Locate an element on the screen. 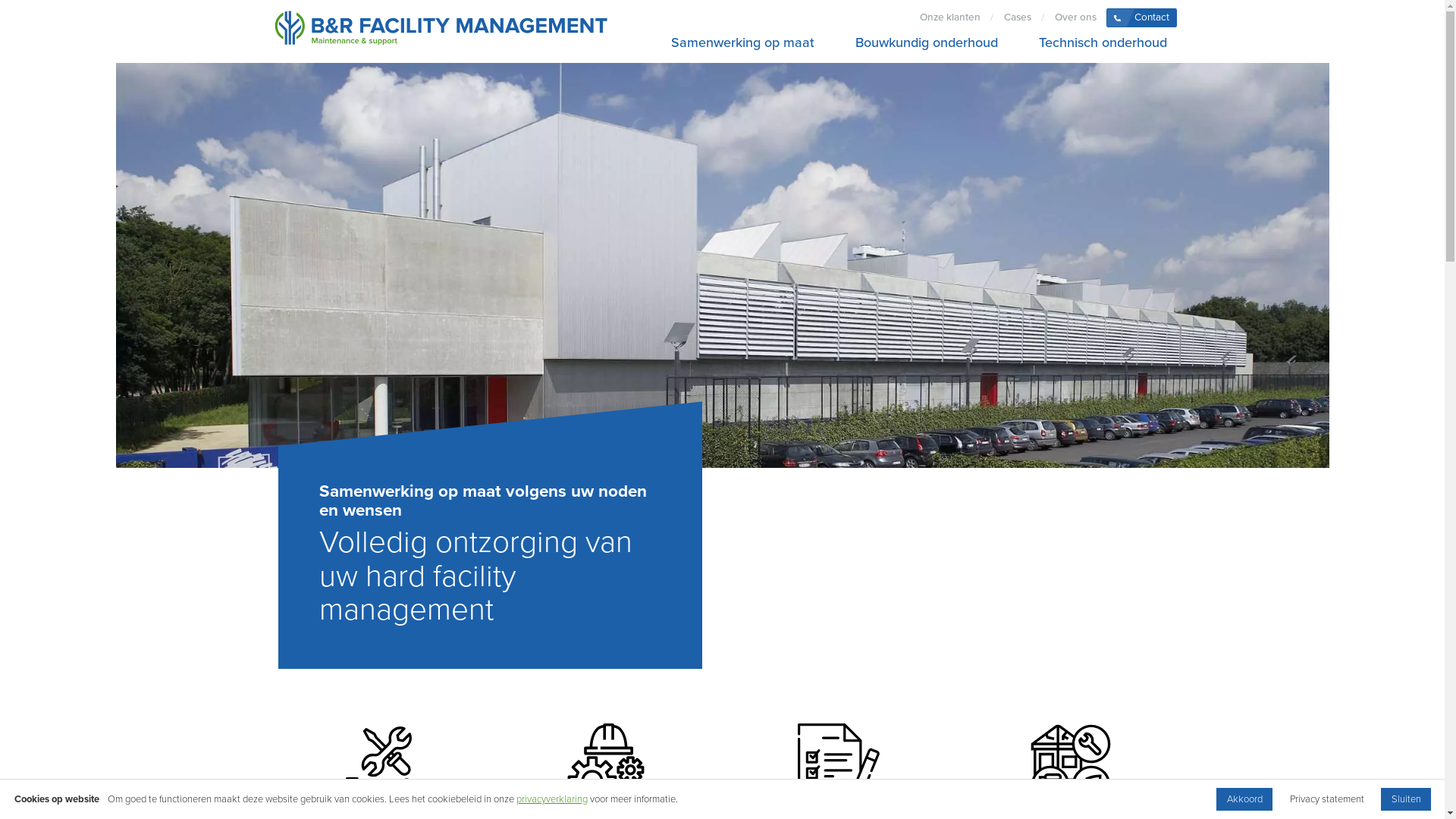  'Samenwerking op maat' is located at coordinates (742, 42).